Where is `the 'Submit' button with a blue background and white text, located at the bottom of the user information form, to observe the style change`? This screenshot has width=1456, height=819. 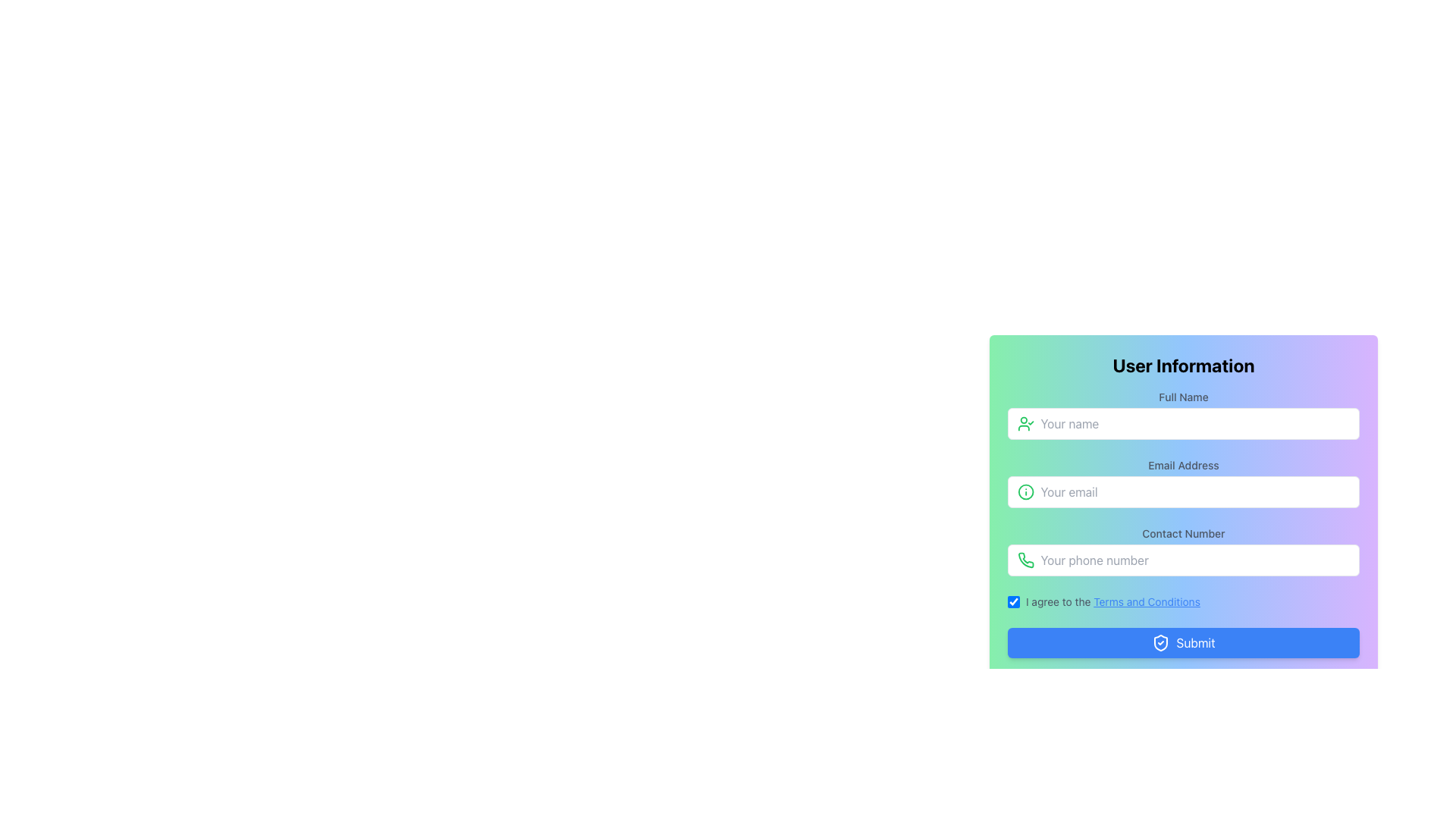 the 'Submit' button with a blue background and white text, located at the bottom of the user information form, to observe the style change is located at coordinates (1182, 643).